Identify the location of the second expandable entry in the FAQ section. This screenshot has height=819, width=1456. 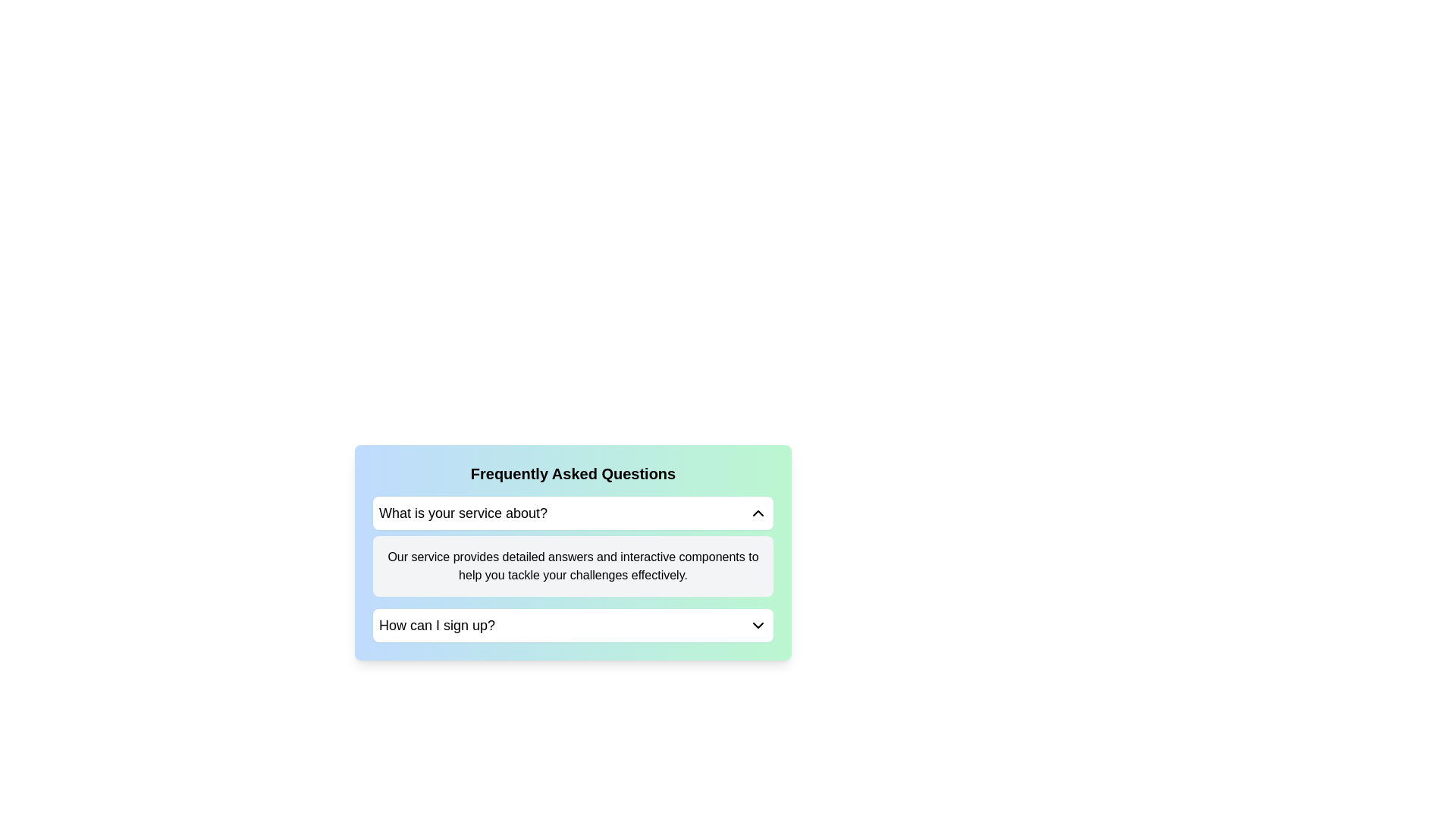
(572, 626).